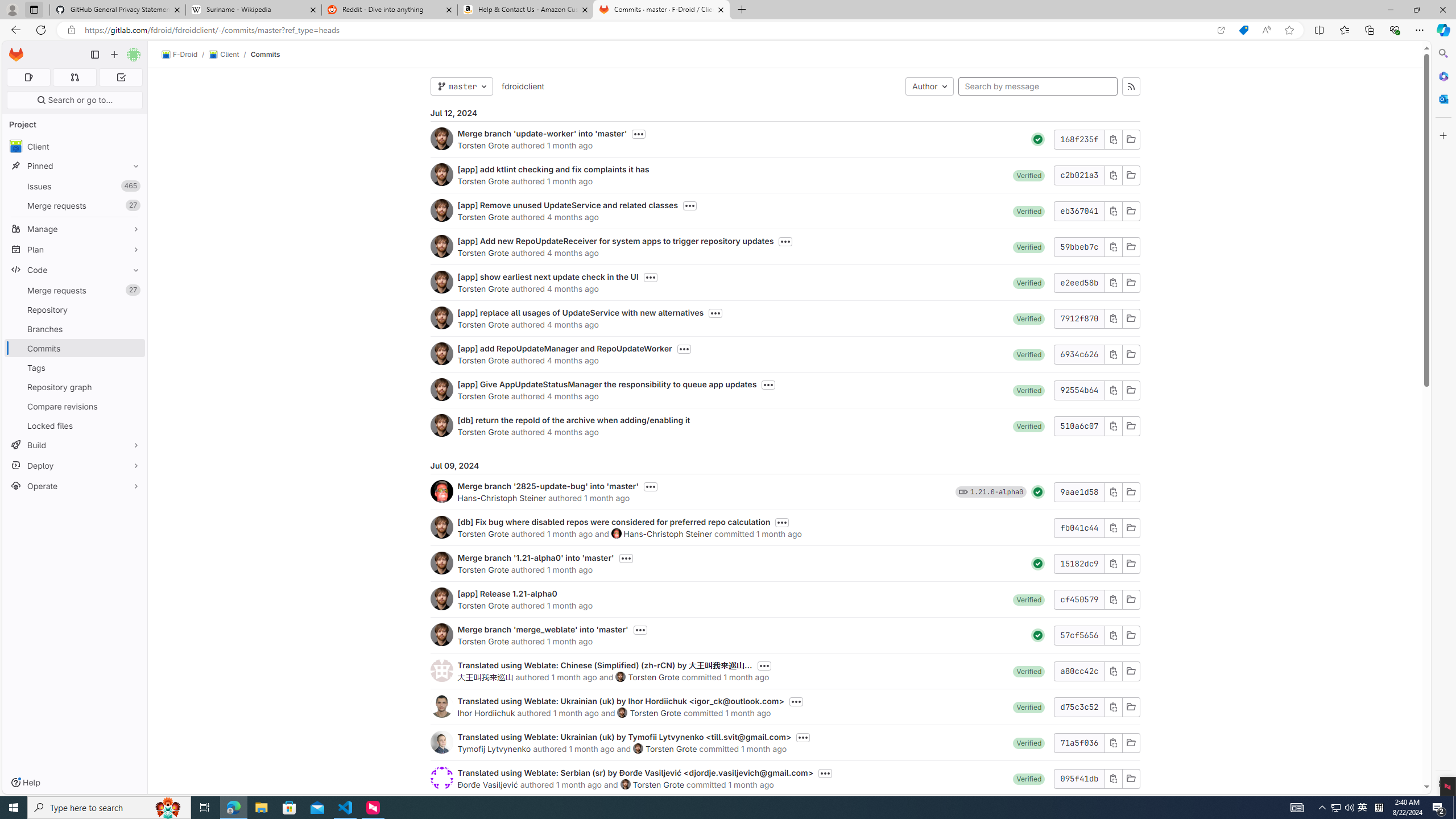  Describe the element at coordinates (74, 185) in the screenshot. I see `'Issues465'` at that location.